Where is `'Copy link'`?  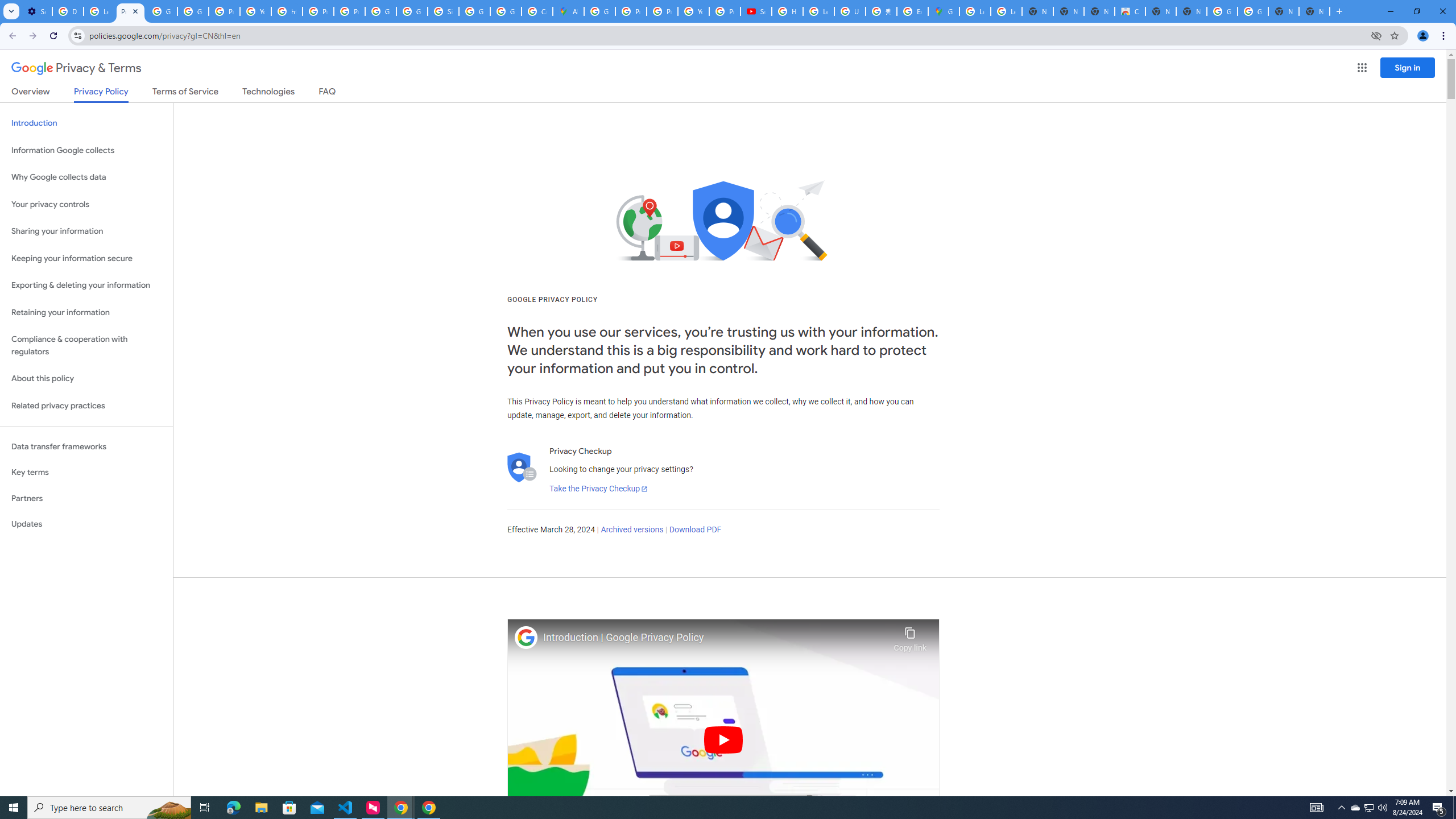 'Copy link' is located at coordinates (909, 636).